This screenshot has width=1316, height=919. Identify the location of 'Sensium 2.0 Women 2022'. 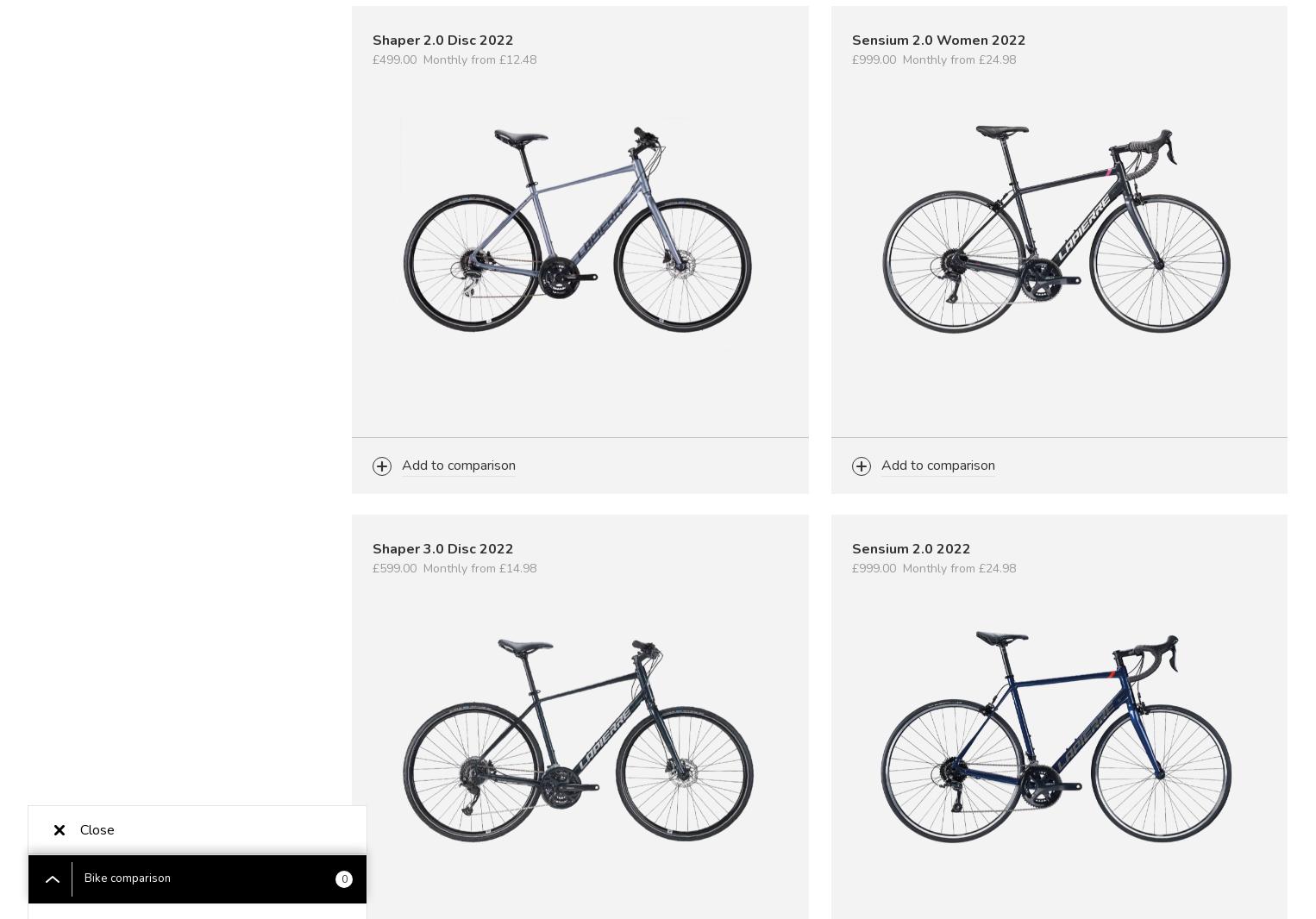
(938, 40).